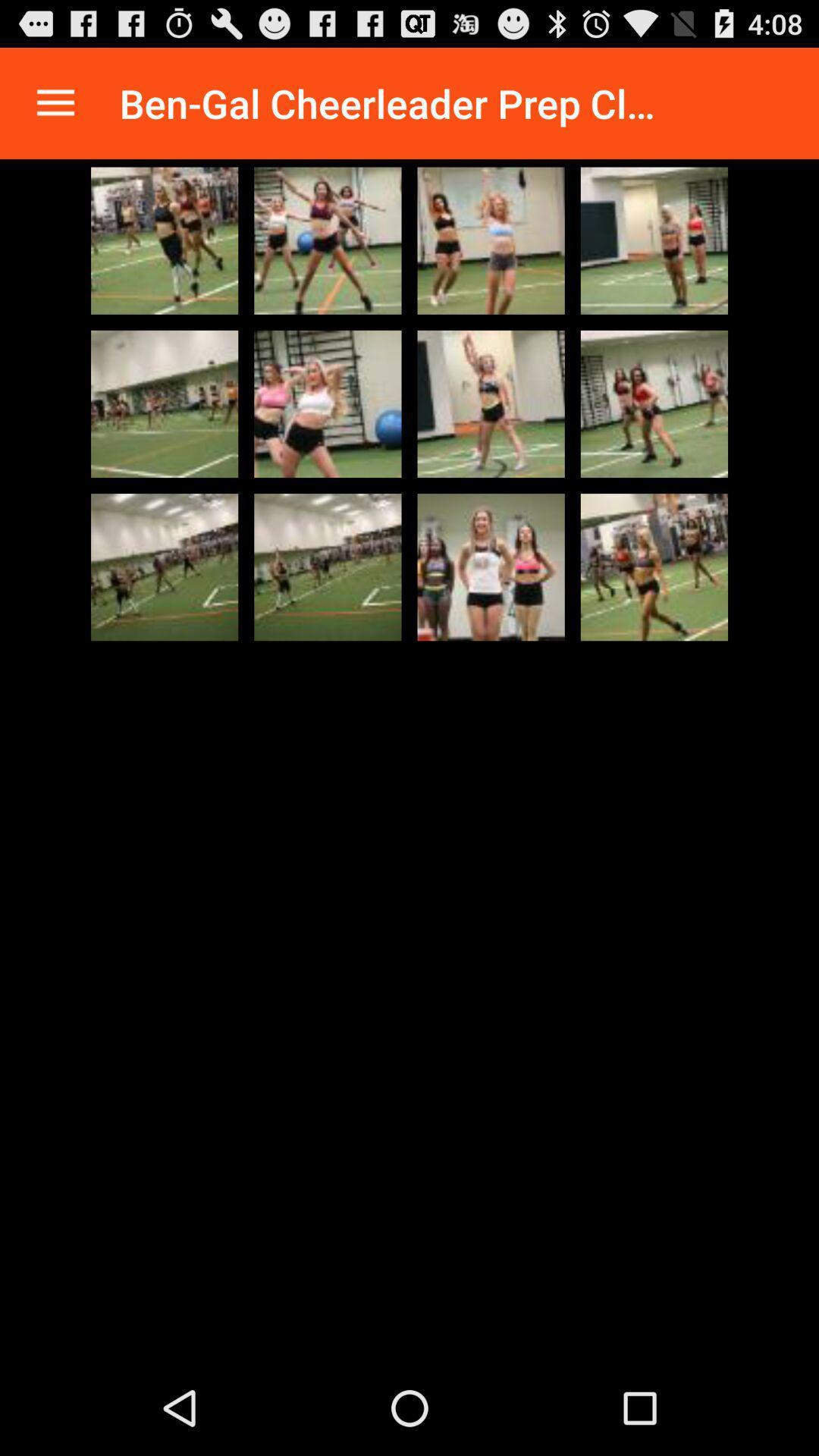 Image resolution: width=819 pixels, height=1456 pixels. Describe the element at coordinates (165, 566) in the screenshot. I see `expand picture` at that location.